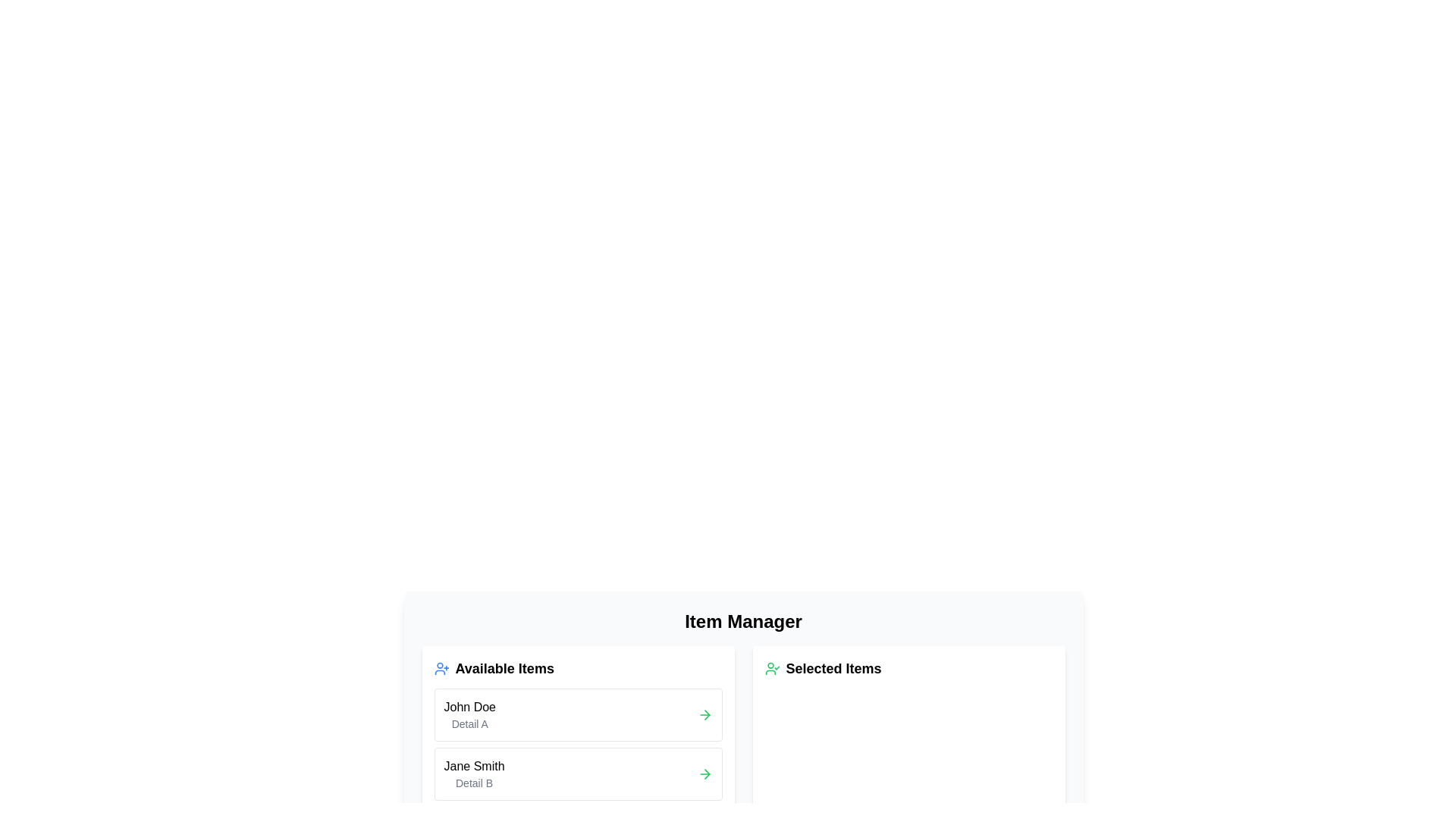 The width and height of the screenshot is (1456, 819). Describe the element at coordinates (772, 668) in the screenshot. I see `the 'user with a checkmark' icon located to the immediate left of the 'Selected Items' text in the 'Selected Items' section` at that location.